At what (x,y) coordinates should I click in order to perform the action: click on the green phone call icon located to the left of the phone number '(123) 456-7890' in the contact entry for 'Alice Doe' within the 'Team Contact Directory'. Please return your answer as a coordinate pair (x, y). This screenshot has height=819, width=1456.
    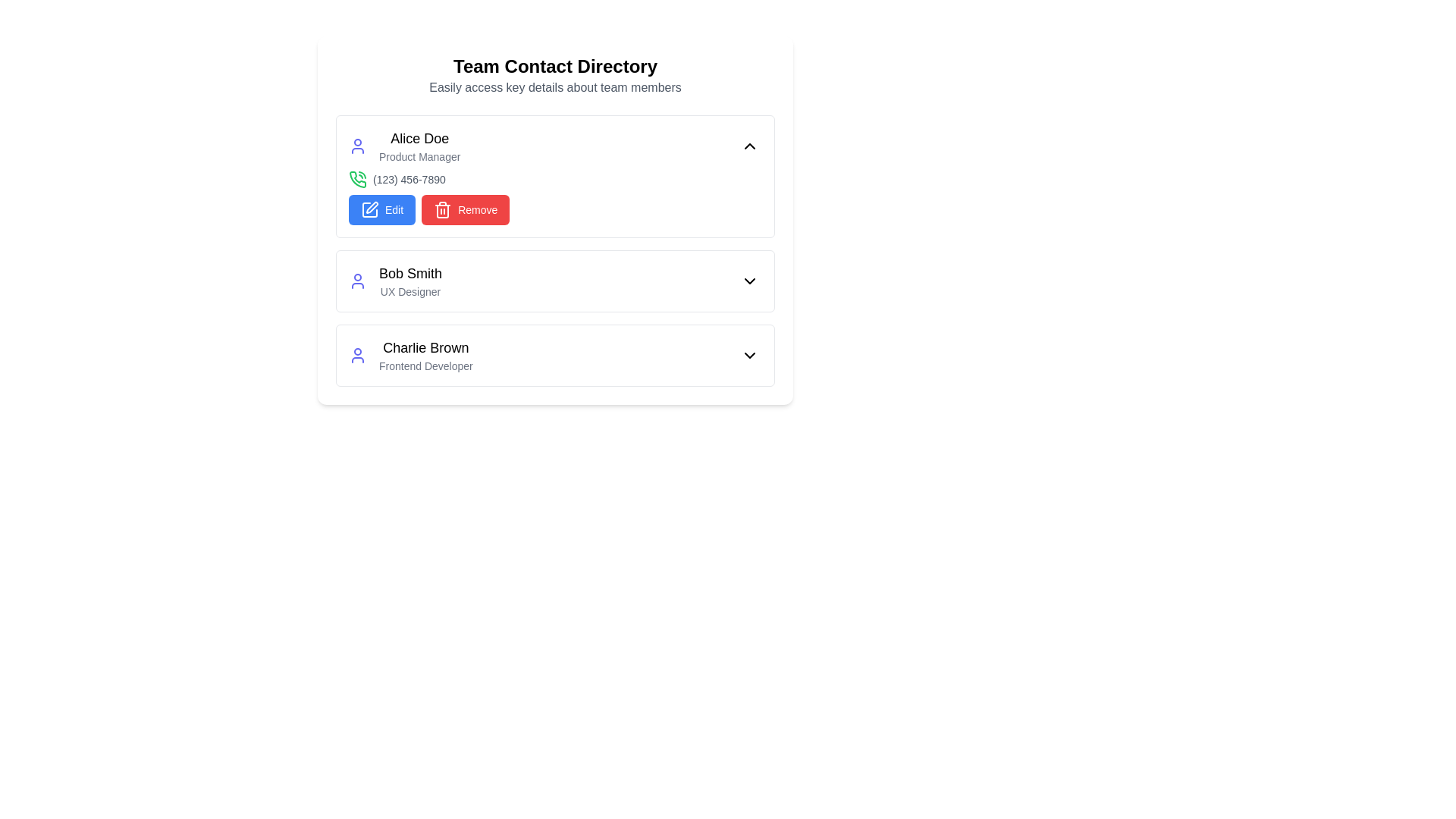
    Looking at the image, I should click on (357, 178).